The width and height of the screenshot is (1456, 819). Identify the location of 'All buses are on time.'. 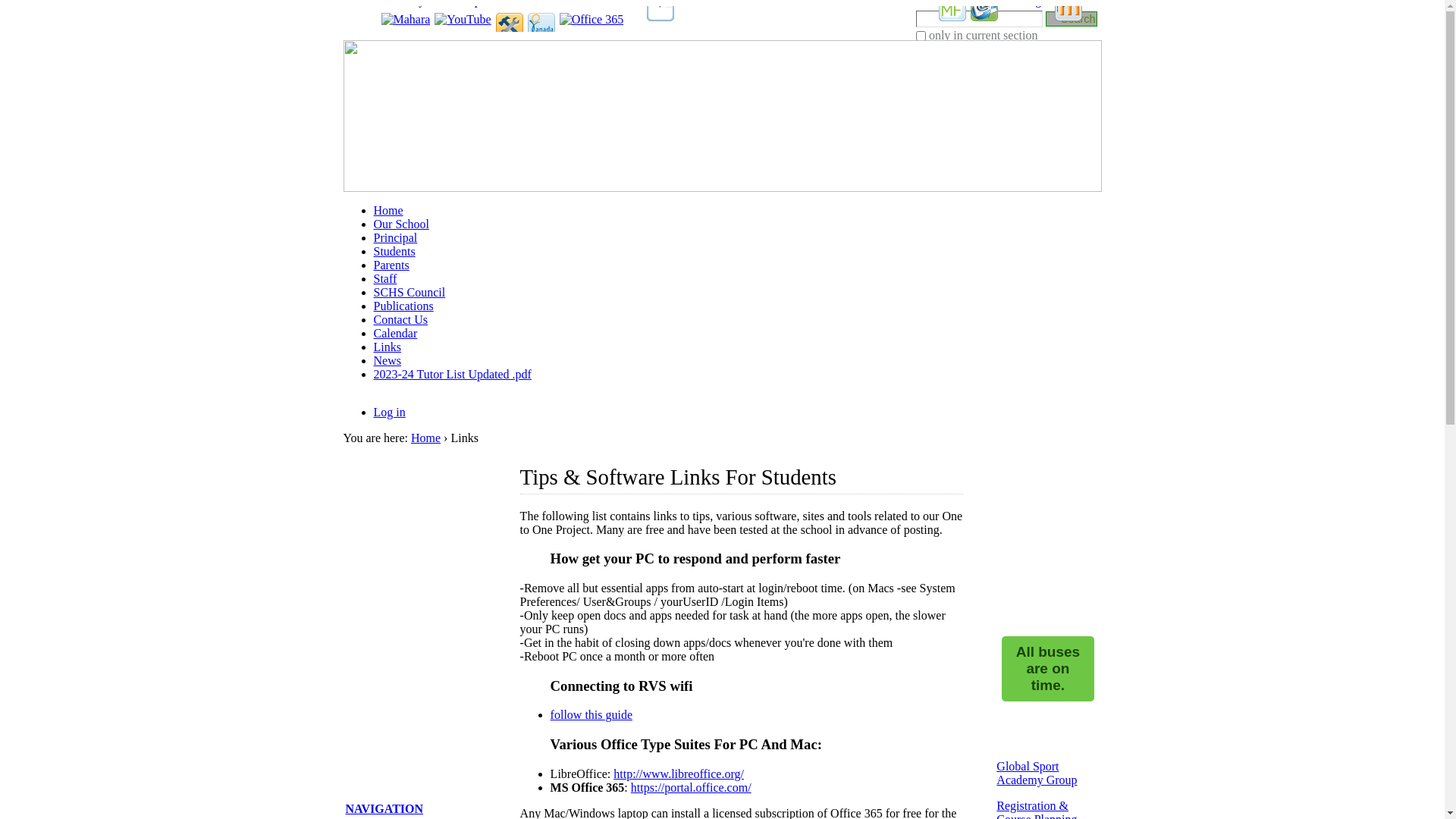
(1046, 668).